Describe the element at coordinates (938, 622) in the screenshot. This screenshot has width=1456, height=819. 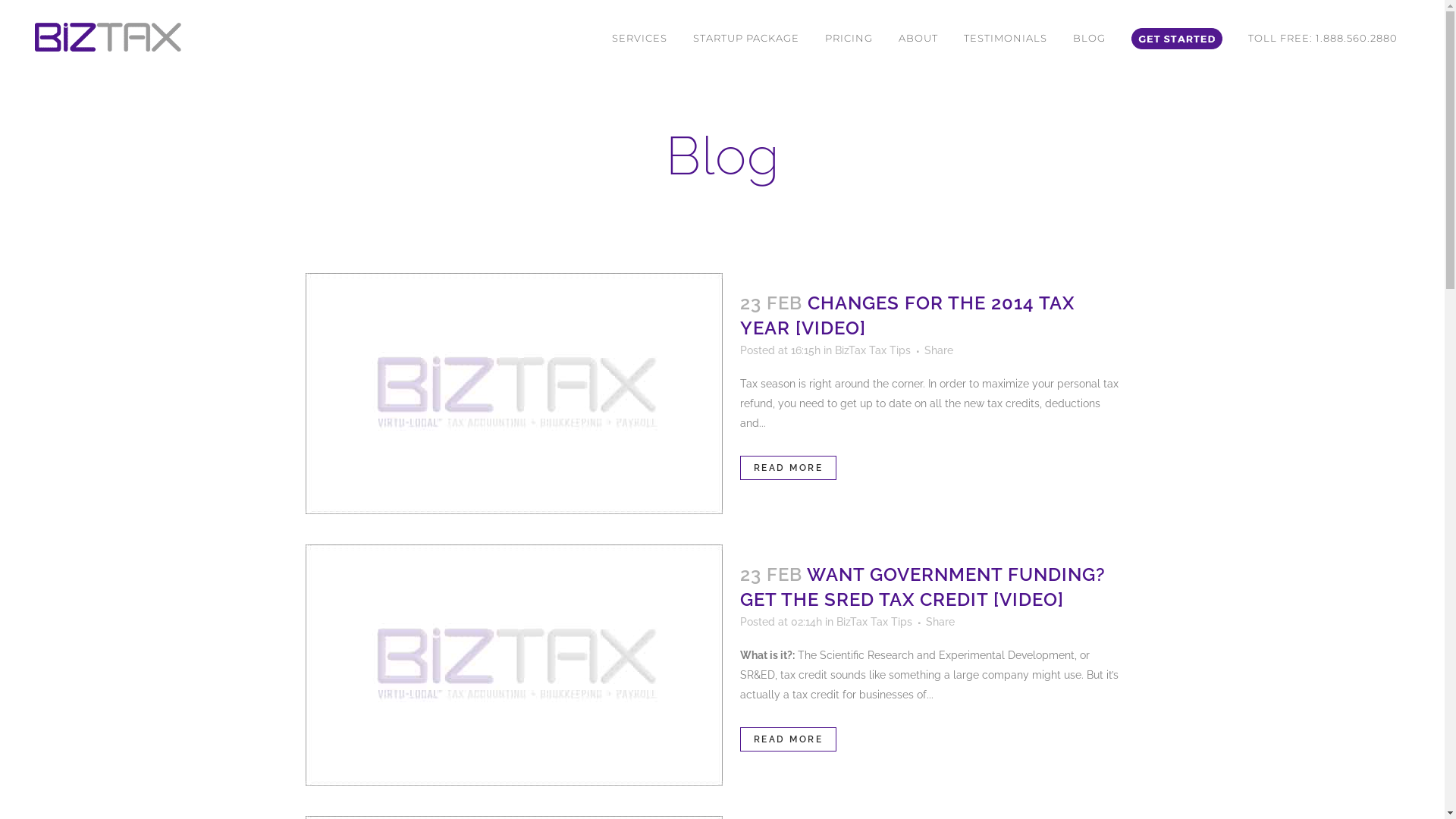
I see `'Share'` at that location.